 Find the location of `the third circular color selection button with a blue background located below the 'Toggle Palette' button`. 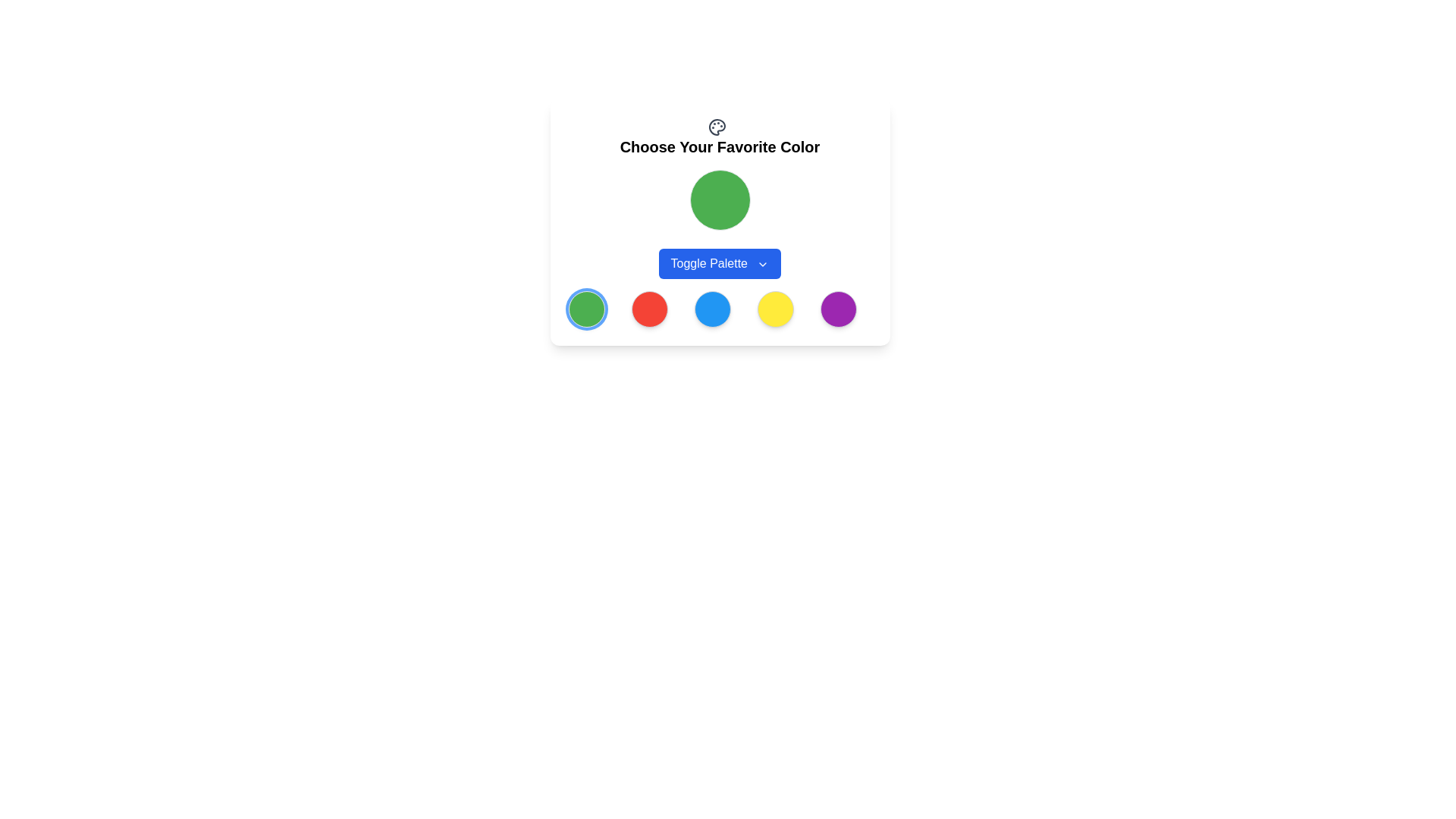

the third circular color selection button with a blue background located below the 'Toggle Palette' button is located at coordinates (711, 308).